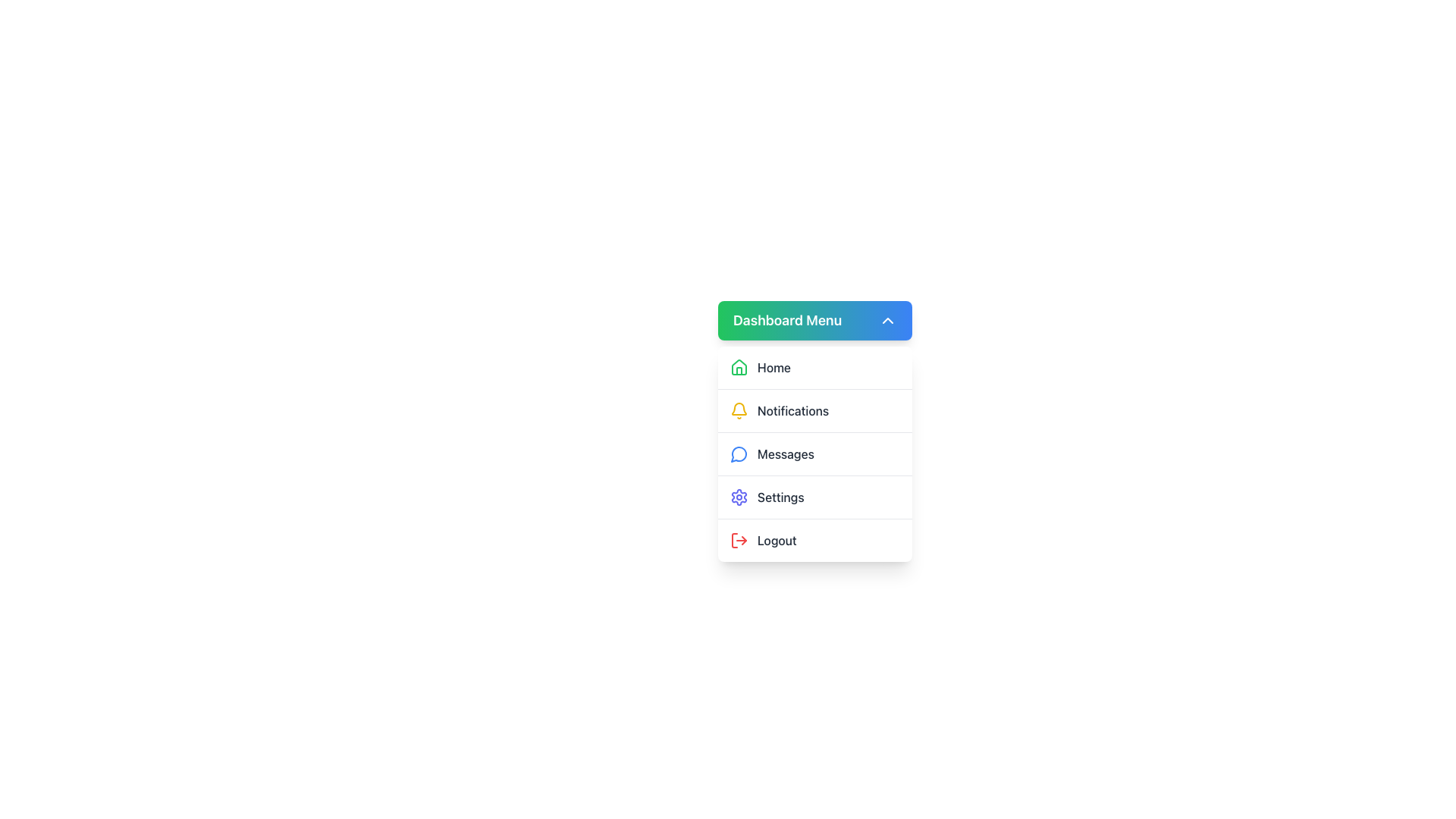 The width and height of the screenshot is (1456, 819). Describe the element at coordinates (739, 368) in the screenshot. I see `the house icon with a green outline that is located in the menu, positioned to the left of the 'Home' text label` at that location.